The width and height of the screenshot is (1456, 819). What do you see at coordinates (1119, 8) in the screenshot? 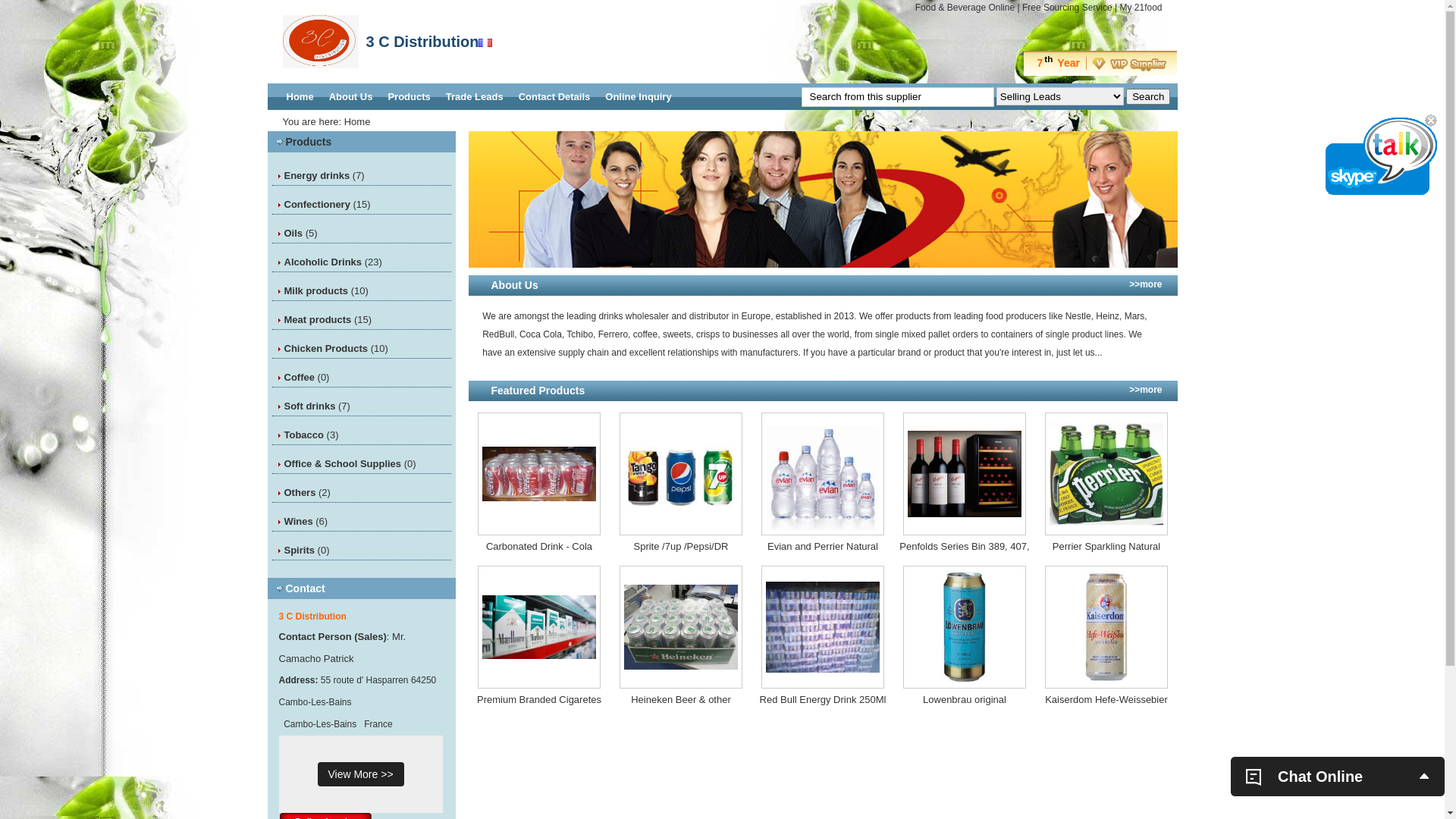
I see `'My 21food'` at bounding box center [1119, 8].